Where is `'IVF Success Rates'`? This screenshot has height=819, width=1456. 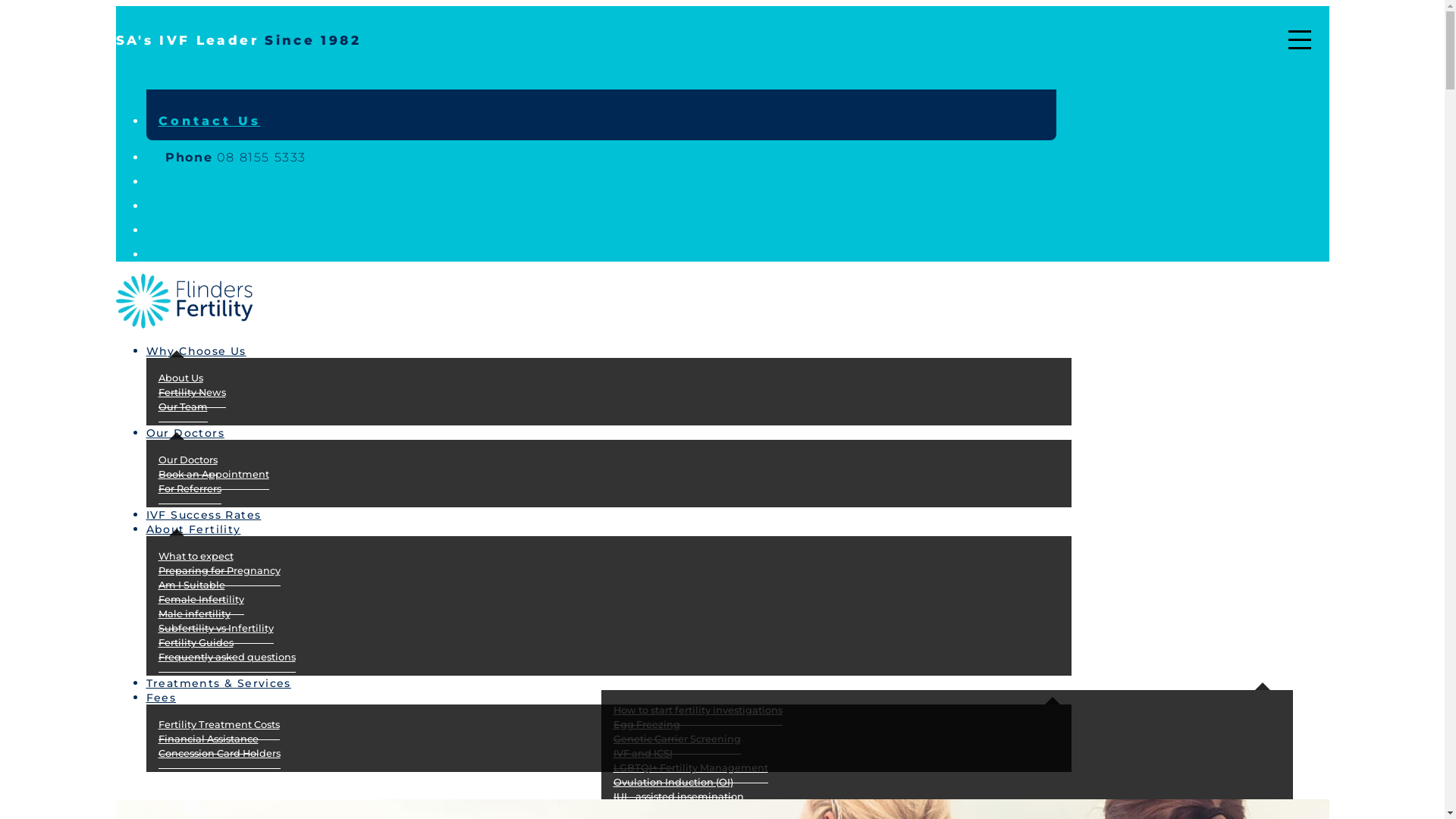
'IVF Success Rates' is located at coordinates (214, 512).